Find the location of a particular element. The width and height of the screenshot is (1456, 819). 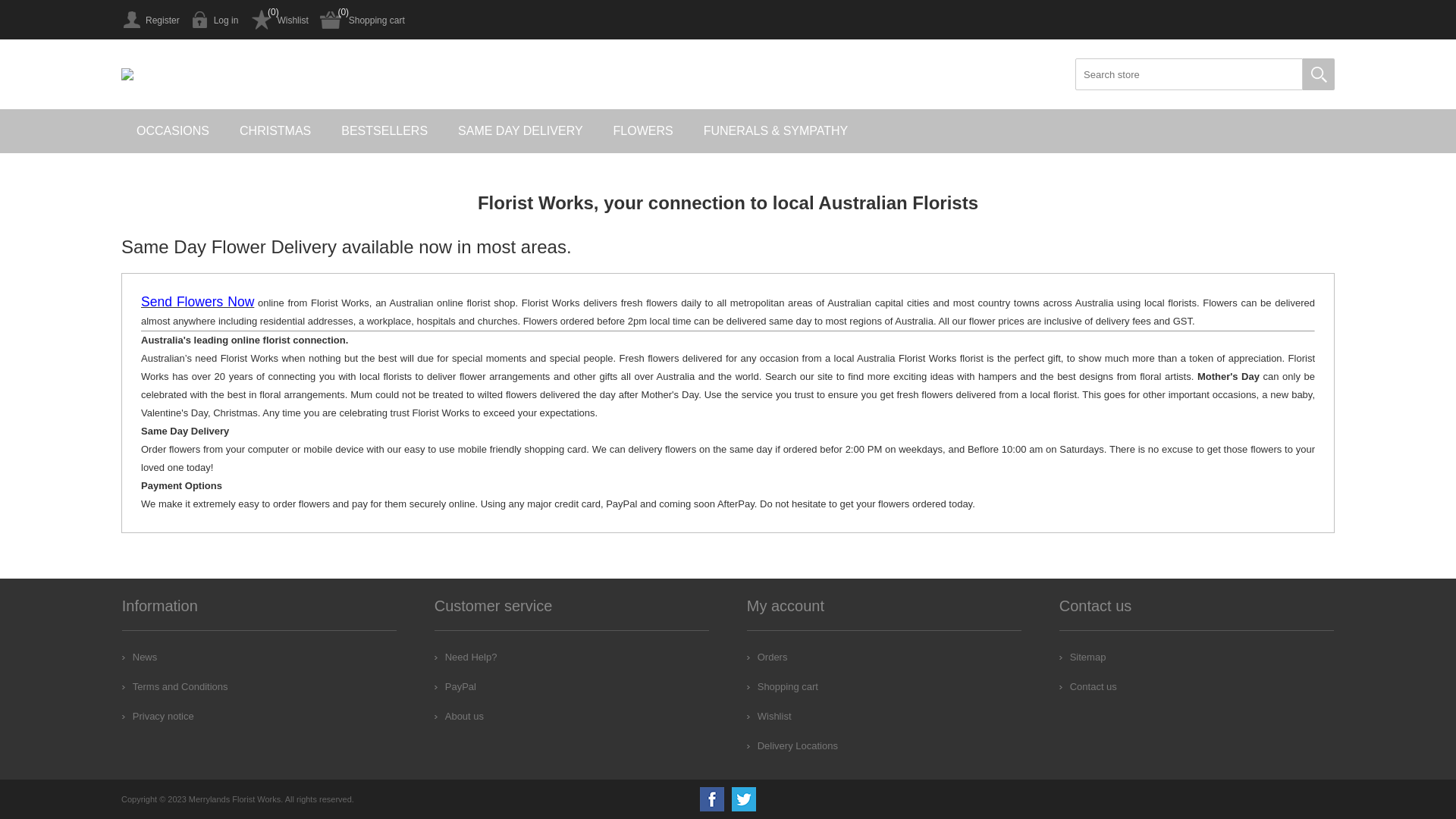

'Contact us' is located at coordinates (1087, 686).